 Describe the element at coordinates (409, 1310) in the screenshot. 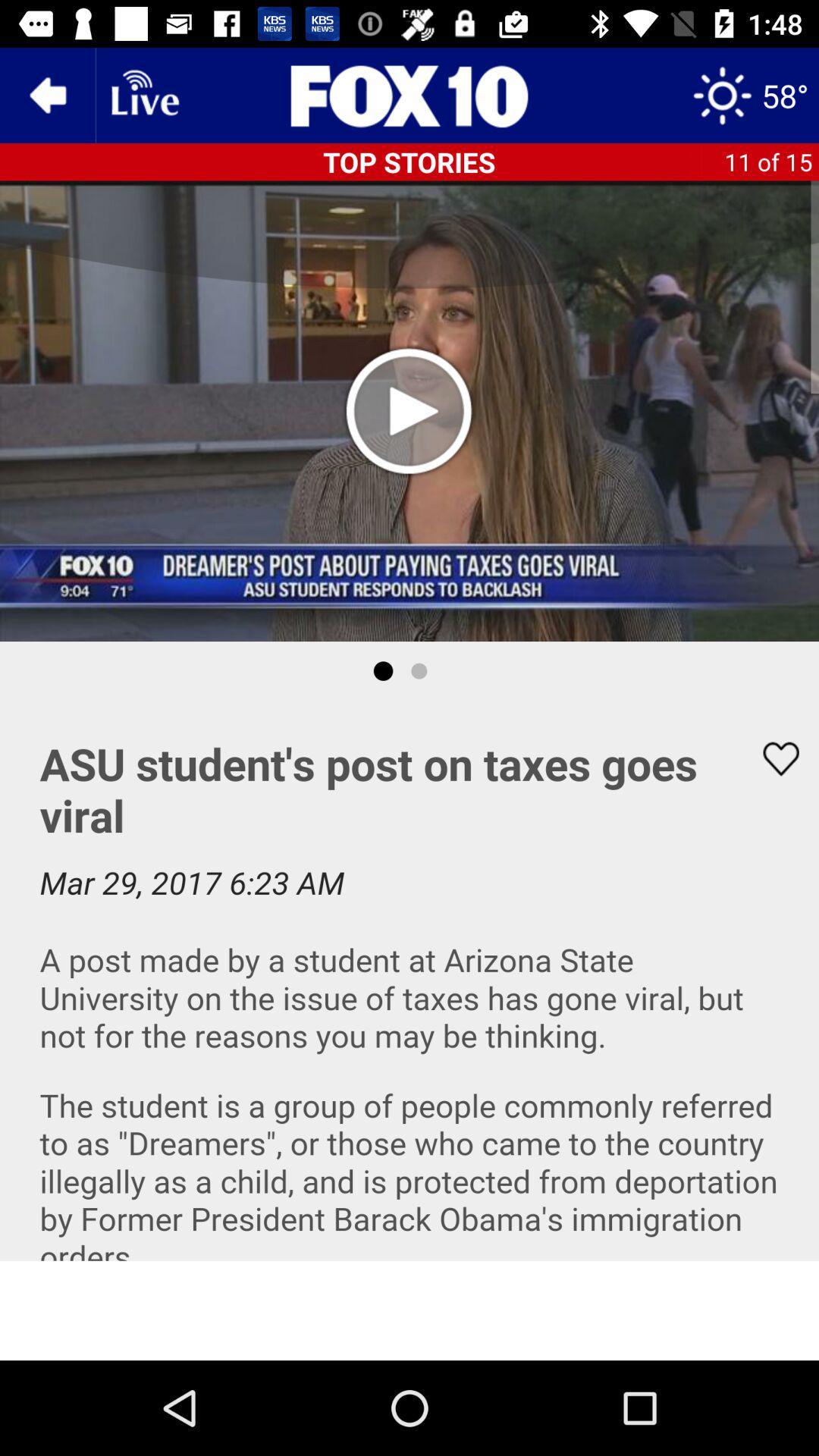

I see `mite page` at that location.